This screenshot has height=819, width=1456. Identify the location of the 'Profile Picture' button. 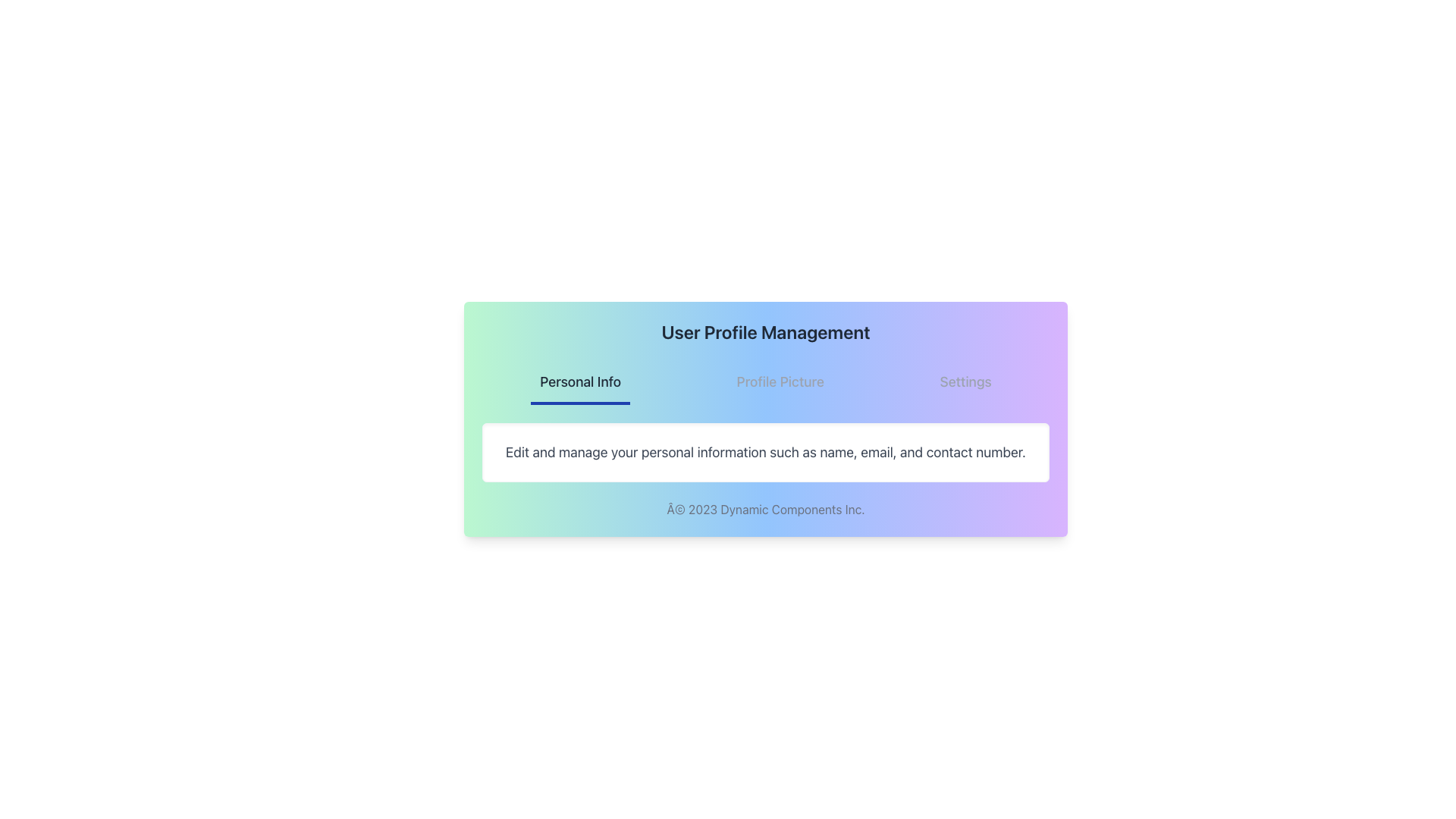
(780, 382).